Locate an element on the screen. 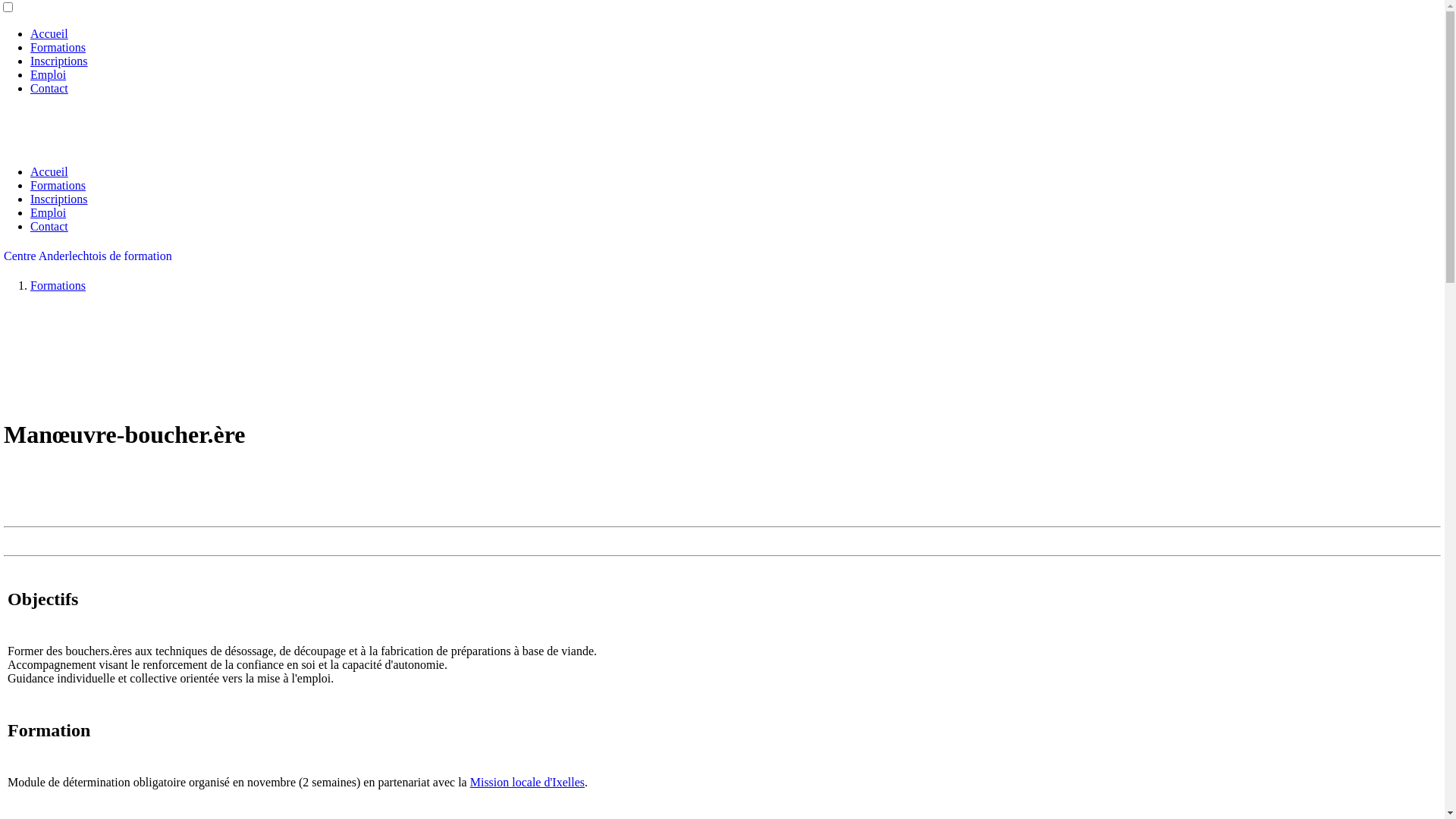 The height and width of the screenshot is (819, 1456). 'Contact' is located at coordinates (49, 88).